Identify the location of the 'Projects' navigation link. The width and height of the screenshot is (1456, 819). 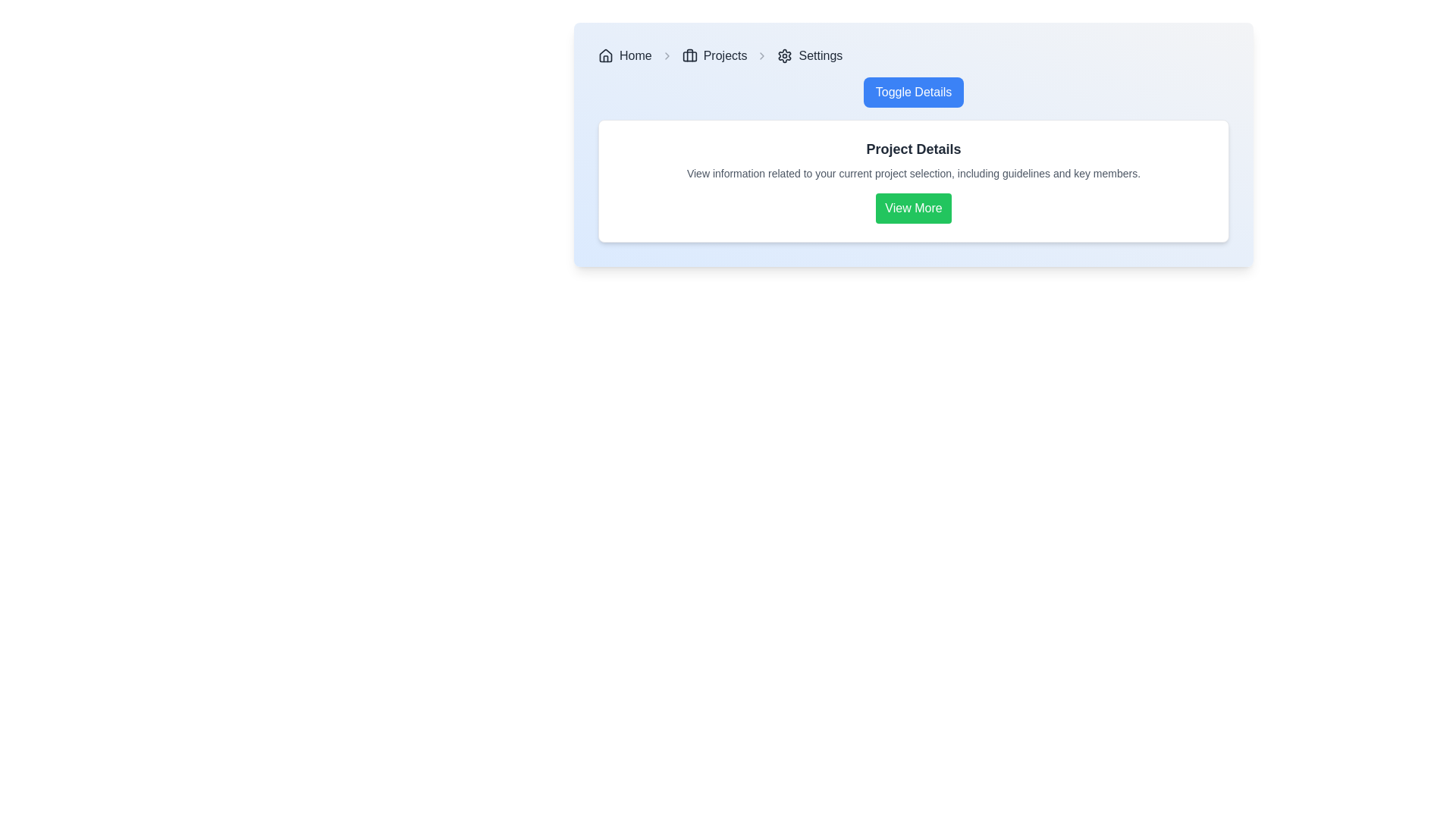
(714, 55).